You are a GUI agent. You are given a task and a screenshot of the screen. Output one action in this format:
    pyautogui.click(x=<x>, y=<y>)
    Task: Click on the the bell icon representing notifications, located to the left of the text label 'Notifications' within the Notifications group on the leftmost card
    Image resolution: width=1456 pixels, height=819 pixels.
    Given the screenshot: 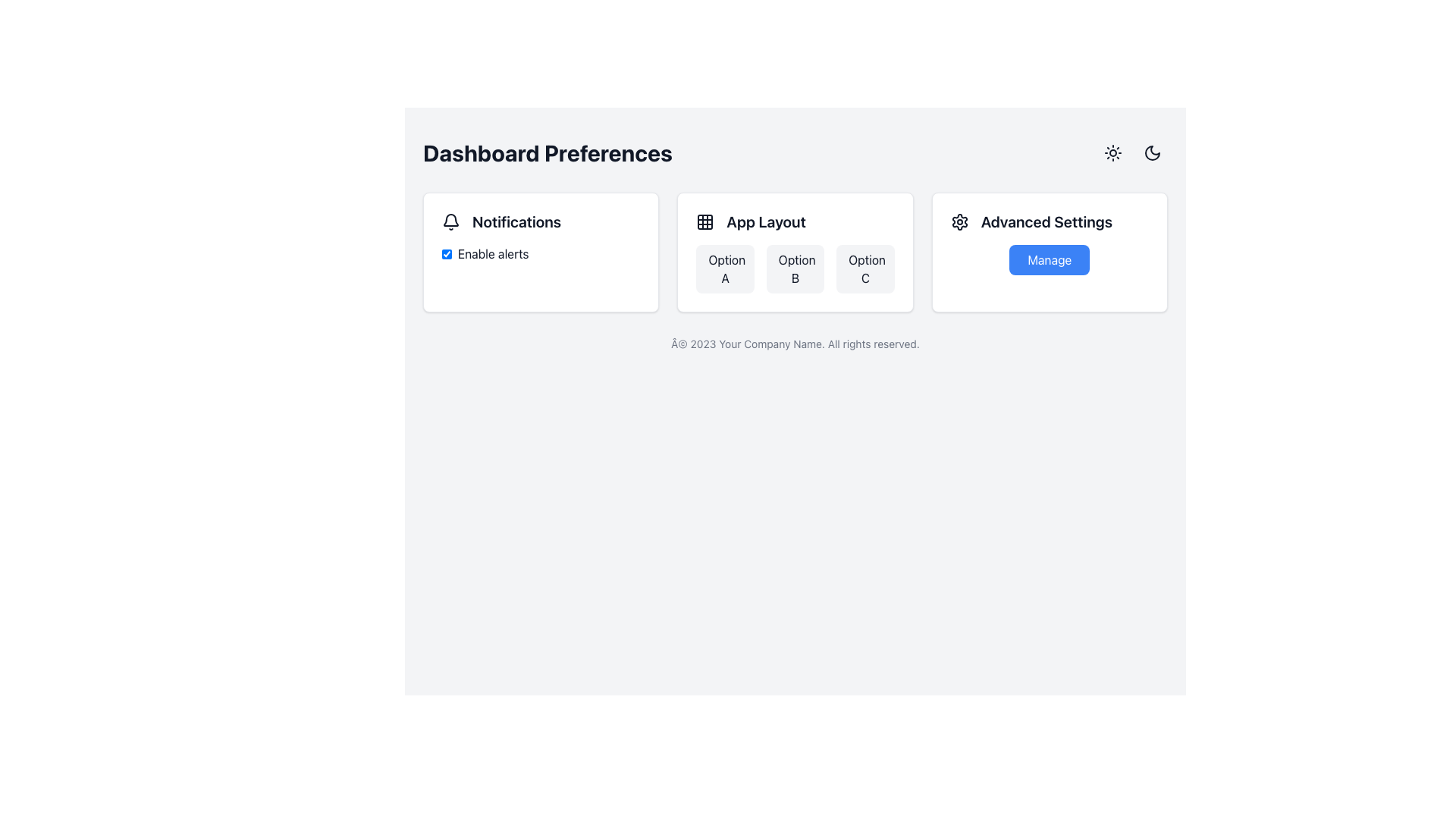 What is the action you would take?
    pyautogui.click(x=450, y=222)
    